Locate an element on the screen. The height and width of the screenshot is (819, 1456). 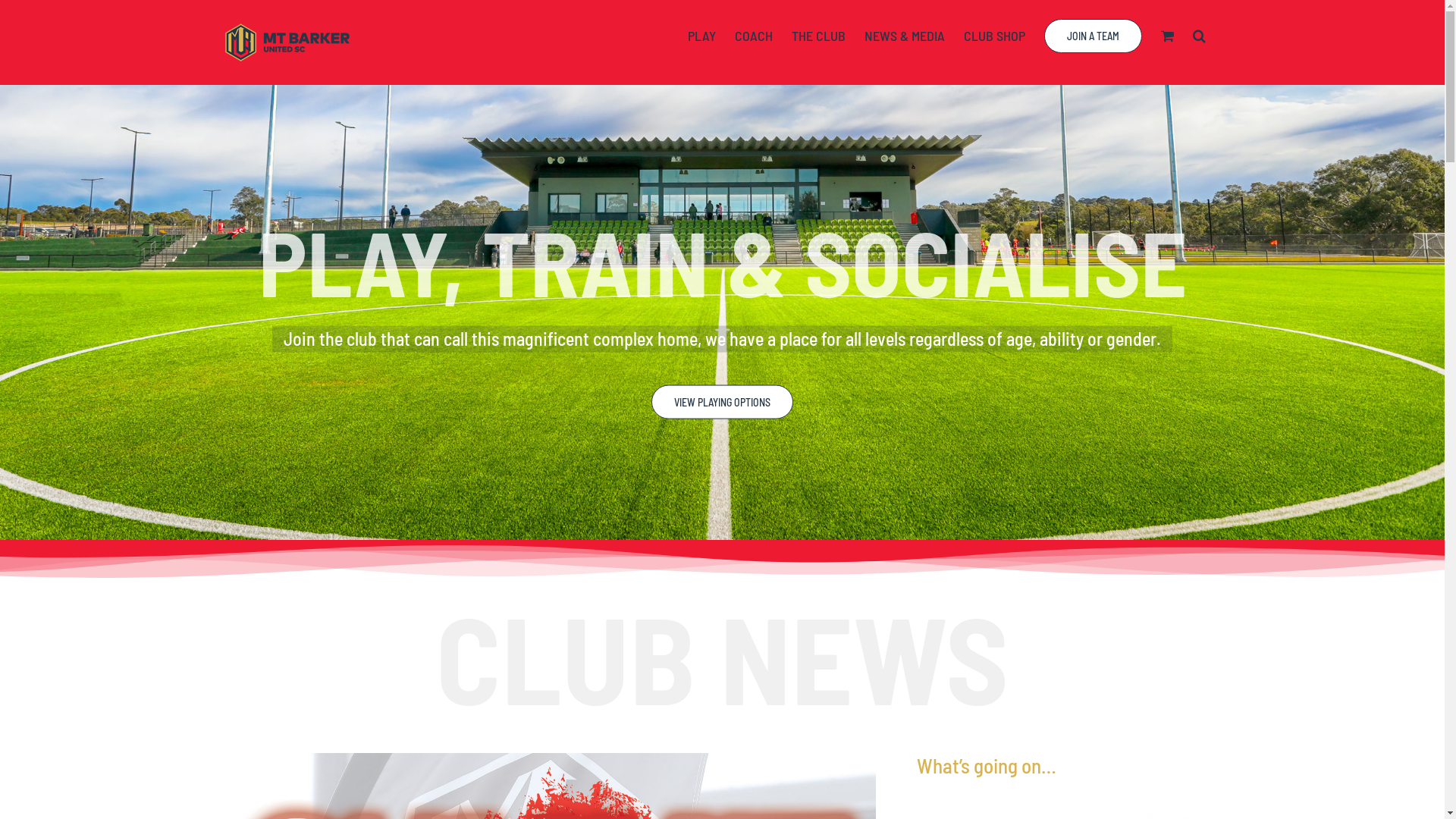
'Search' is located at coordinates (1192, 34).